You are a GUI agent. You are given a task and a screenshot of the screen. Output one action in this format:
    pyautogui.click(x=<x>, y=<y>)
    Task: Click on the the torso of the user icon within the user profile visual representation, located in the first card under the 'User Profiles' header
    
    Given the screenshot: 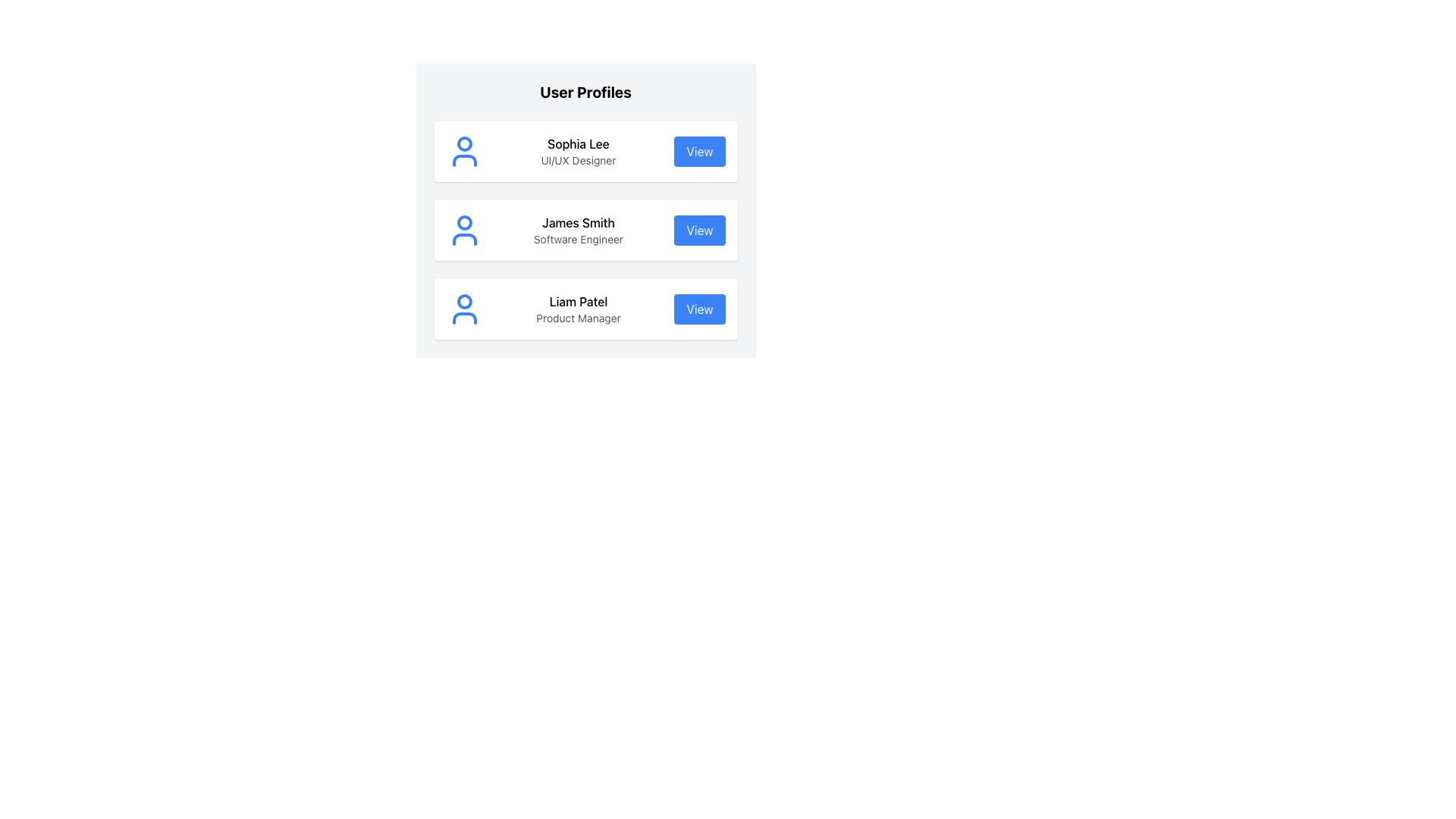 What is the action you would take?
    pyautogui.click(x=463, y=161)
    